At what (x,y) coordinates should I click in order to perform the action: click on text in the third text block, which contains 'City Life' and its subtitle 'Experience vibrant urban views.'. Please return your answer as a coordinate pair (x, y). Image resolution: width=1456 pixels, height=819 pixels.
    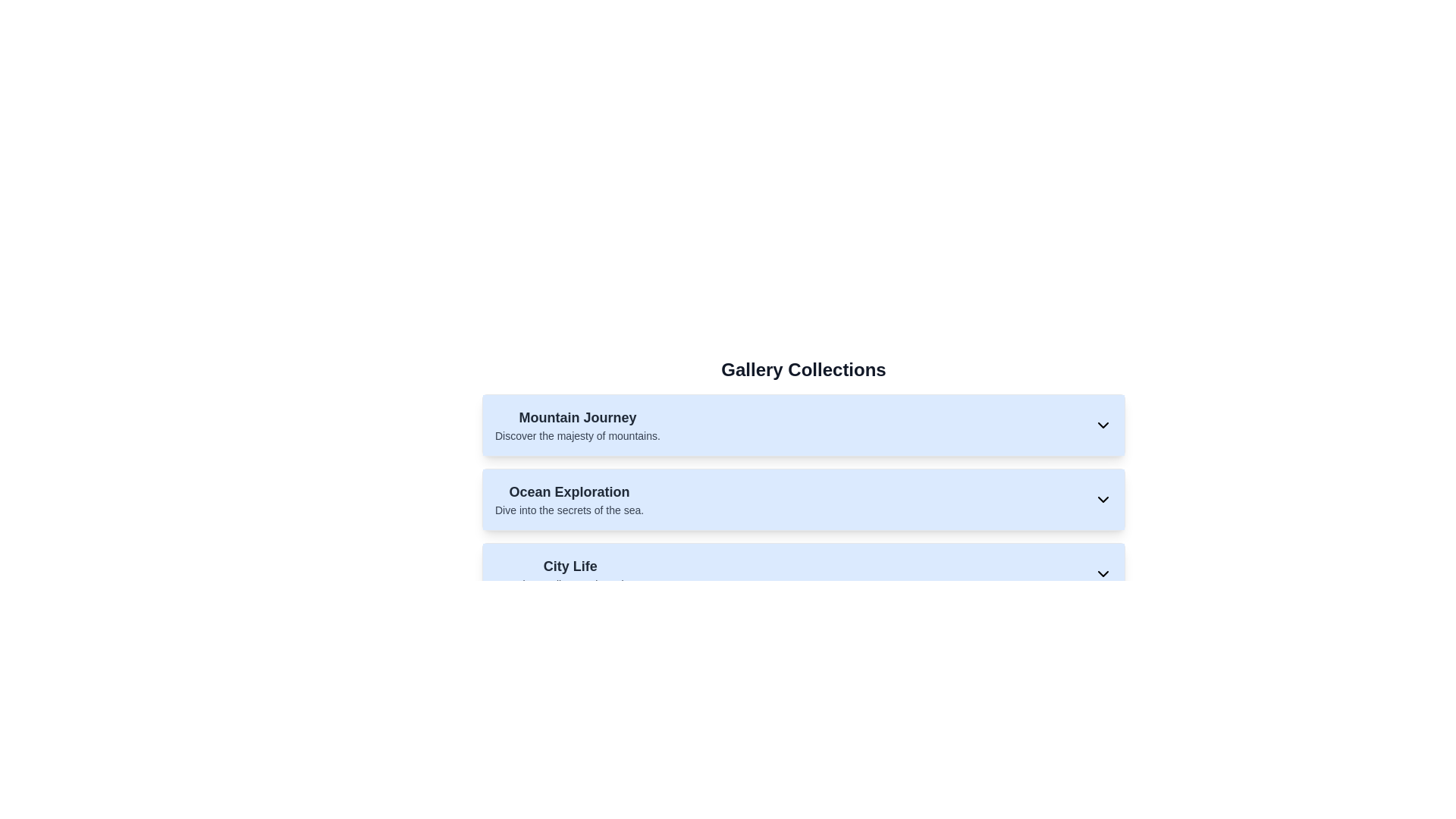
    Looking at the image, I should click on (570, 573).